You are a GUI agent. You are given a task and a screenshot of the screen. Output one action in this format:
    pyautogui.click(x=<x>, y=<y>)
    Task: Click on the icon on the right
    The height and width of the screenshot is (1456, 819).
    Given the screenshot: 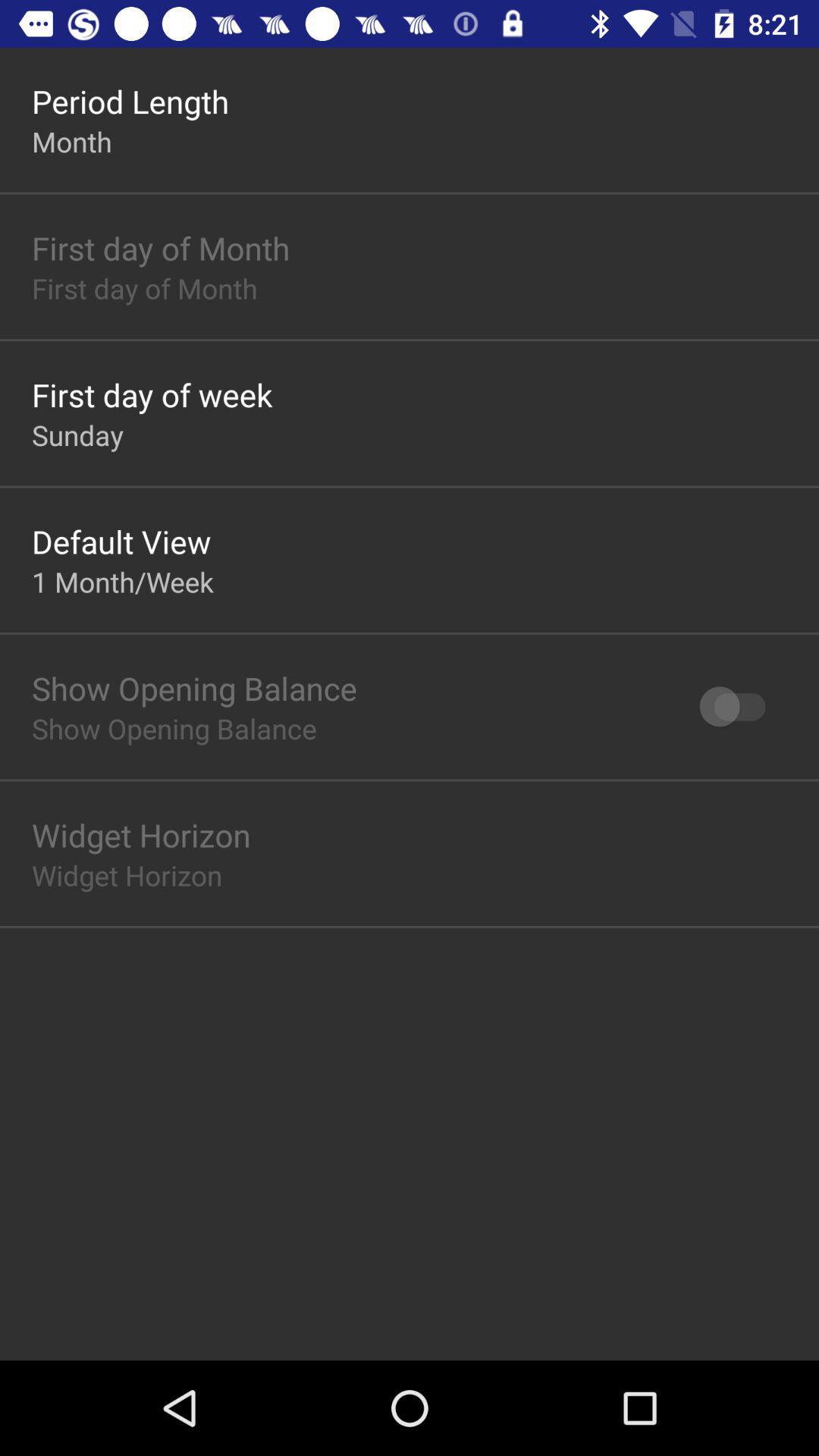 What is the action you would take?
    pyautogui.click(x=739, y=705)
    